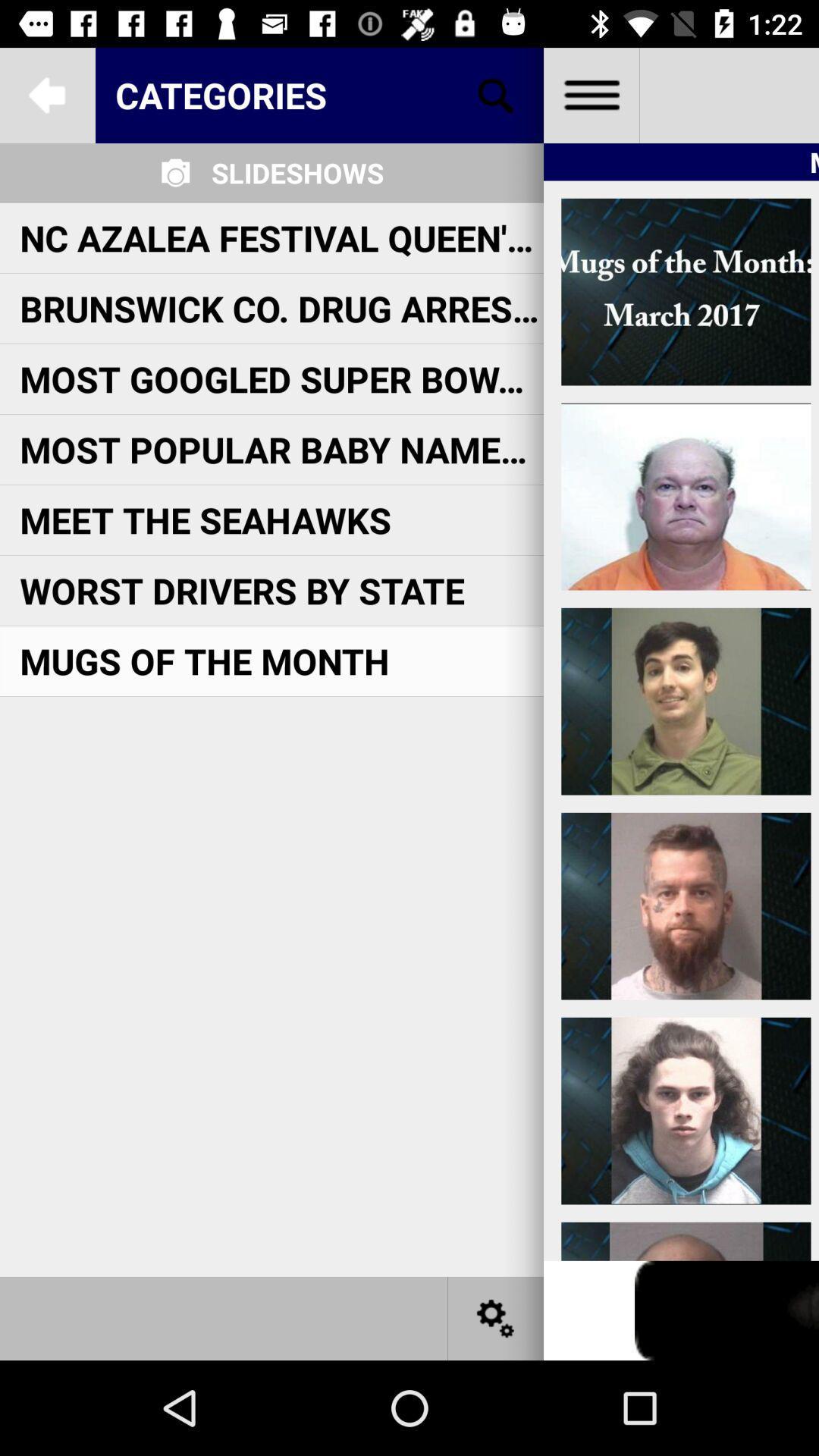 The image size is (819, 1456). Describe the element at coordinates (590, 94) in the screenshot. I see `the menu icon` at that location.